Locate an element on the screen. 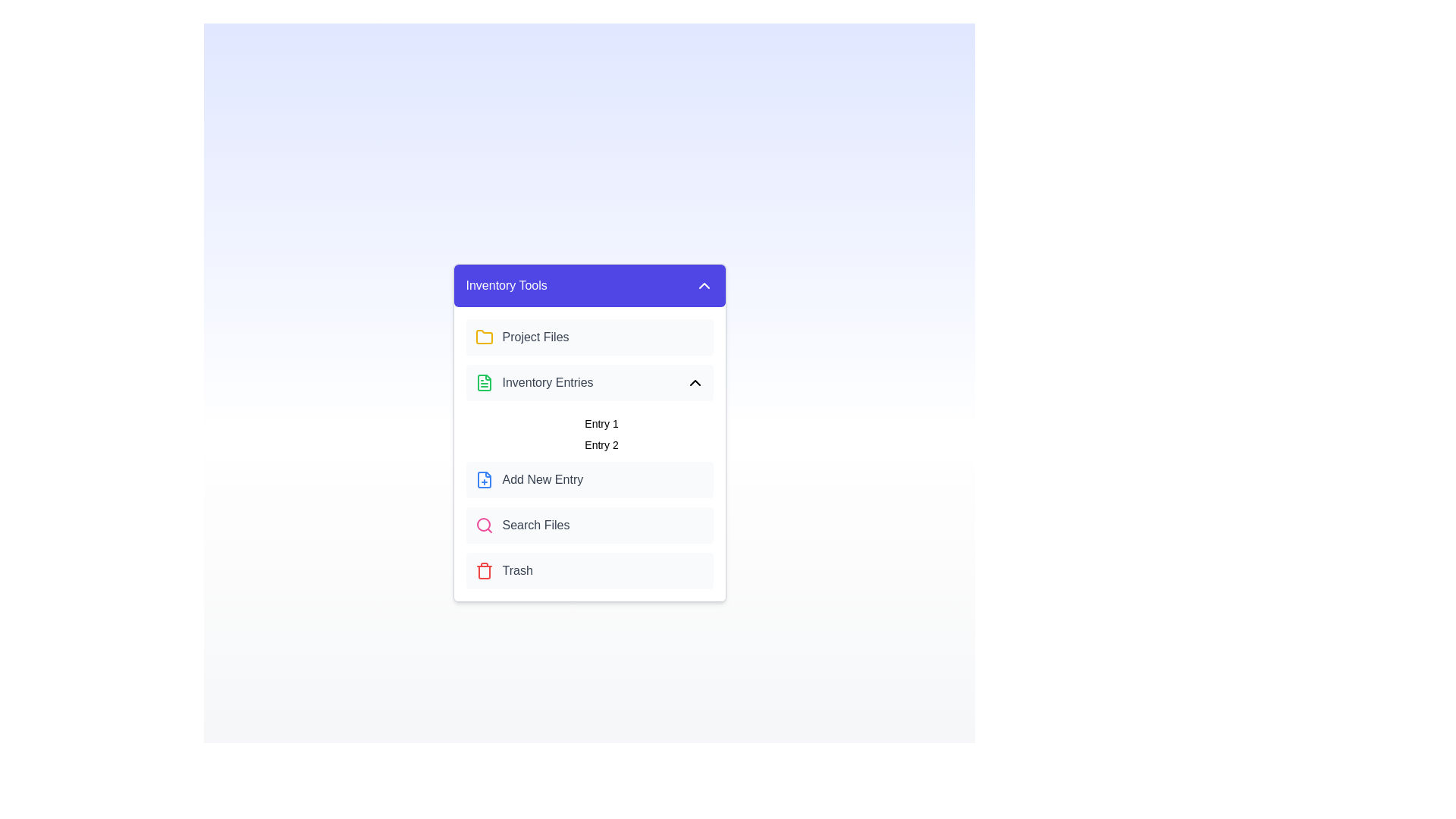 The width and height of the screenshot is (1456, 819). the trash icon, which represents the delete action and is located at the bottom of the vertical menu is located at coordinates (483, 573).